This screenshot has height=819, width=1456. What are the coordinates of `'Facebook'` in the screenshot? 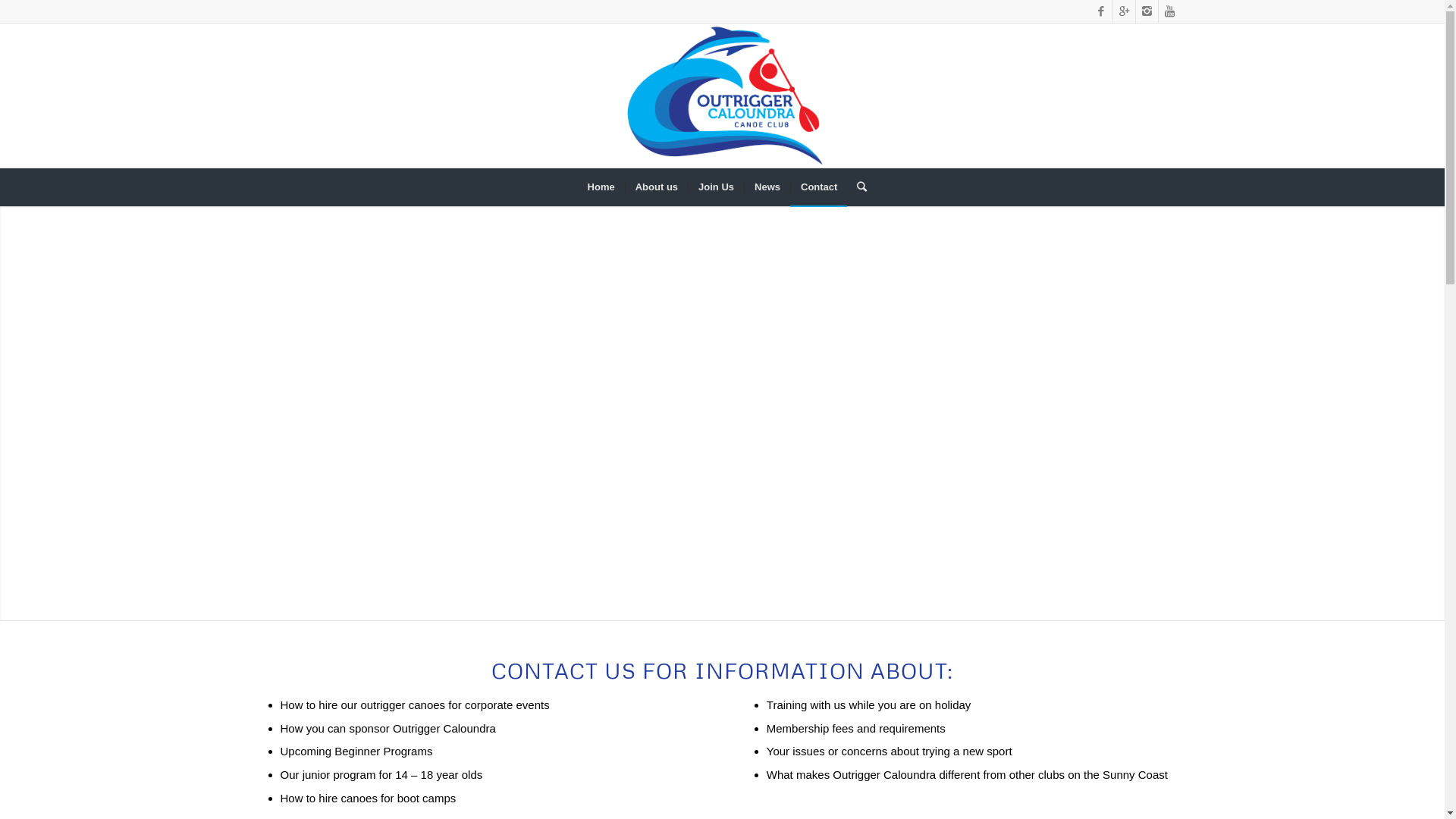 It's located at (1101, 11).